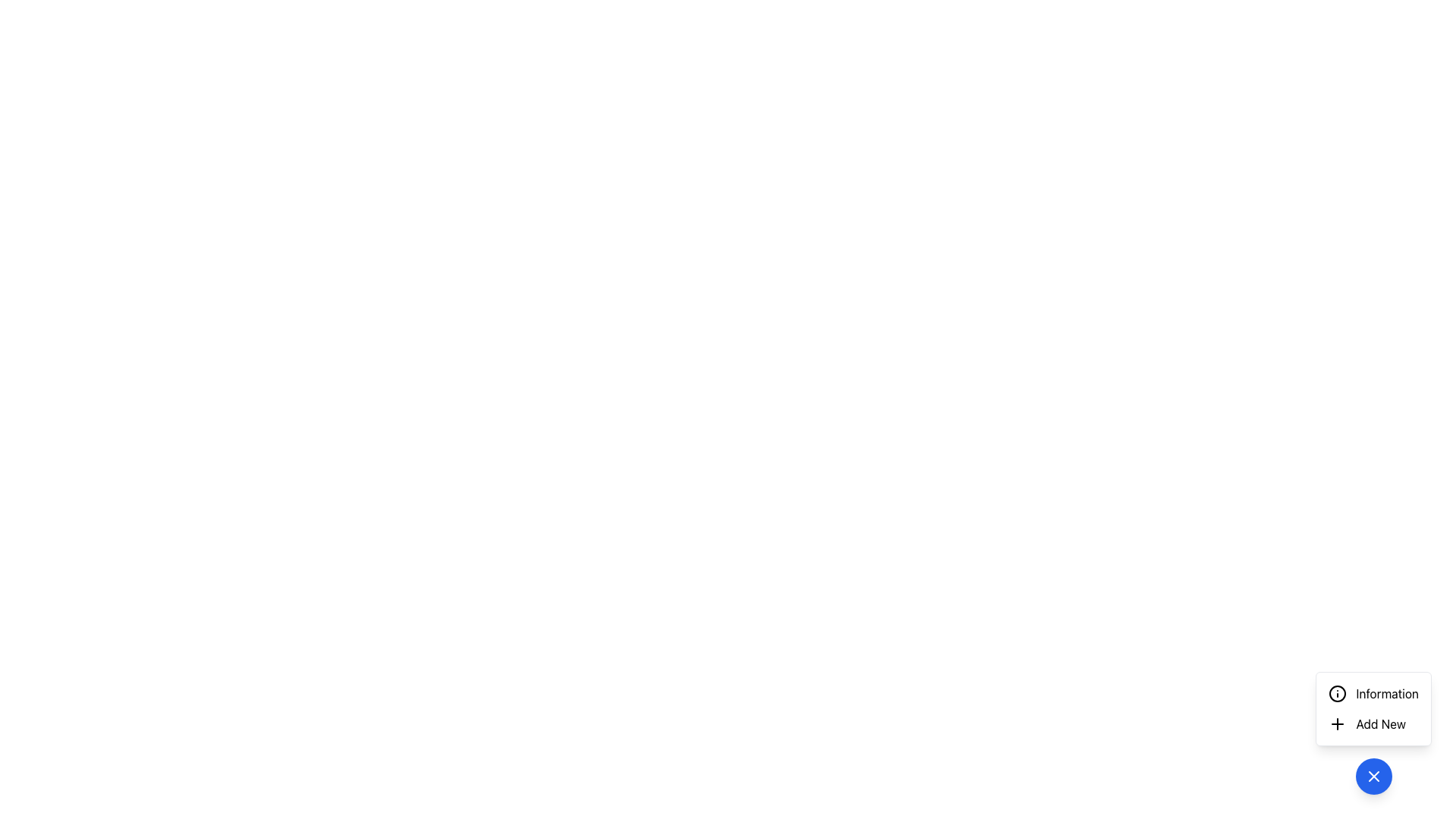  What do you see at coordinates (1338, 693) in the screenshot?
I see `the minimalistic circular information icon located at the top-left corner next to the 'Information' label` at bounding box center [1338, 693].